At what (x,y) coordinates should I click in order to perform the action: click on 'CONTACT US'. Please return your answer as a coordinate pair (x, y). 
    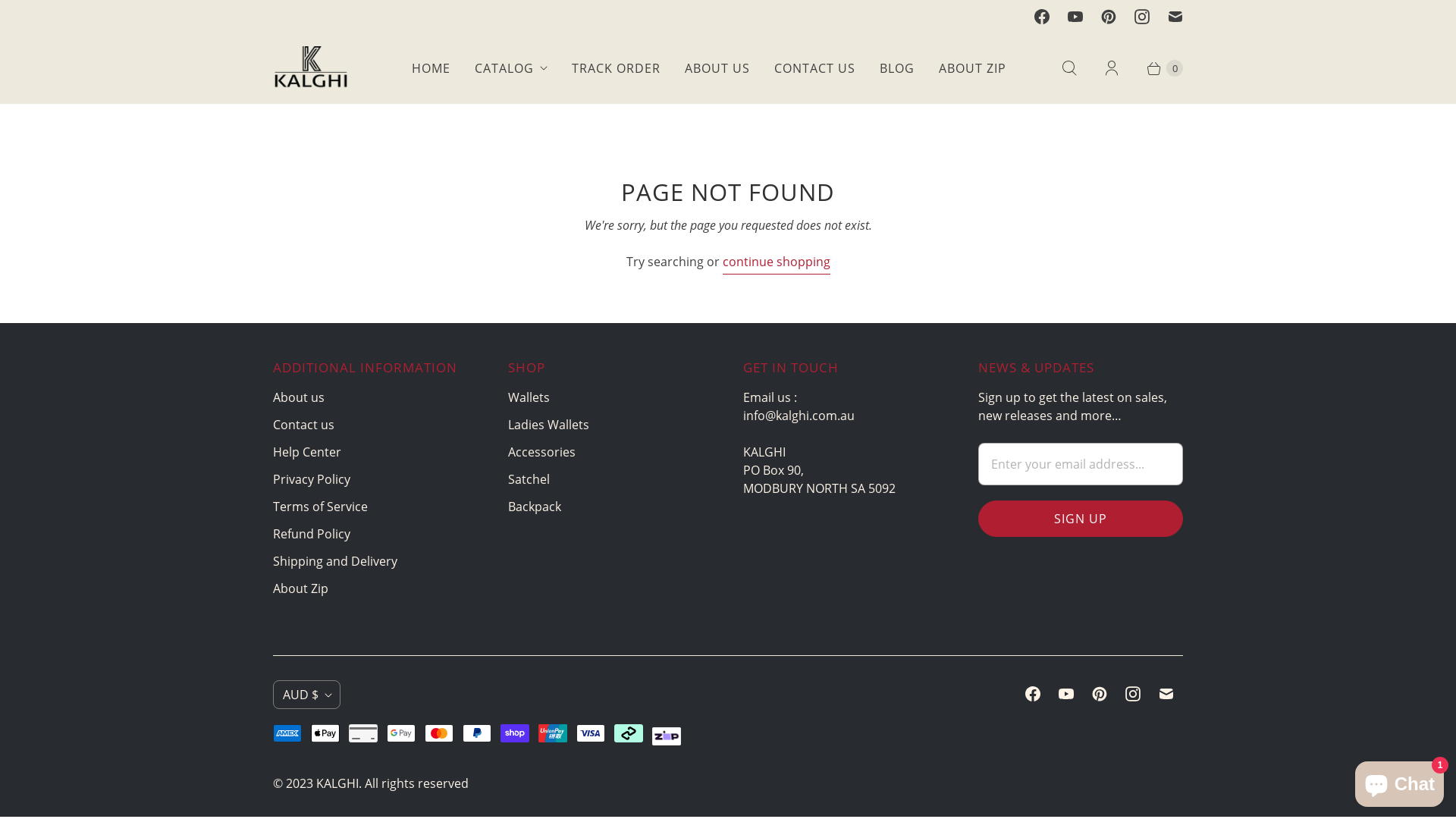
    Looking at the image, I should click on (814, 67).